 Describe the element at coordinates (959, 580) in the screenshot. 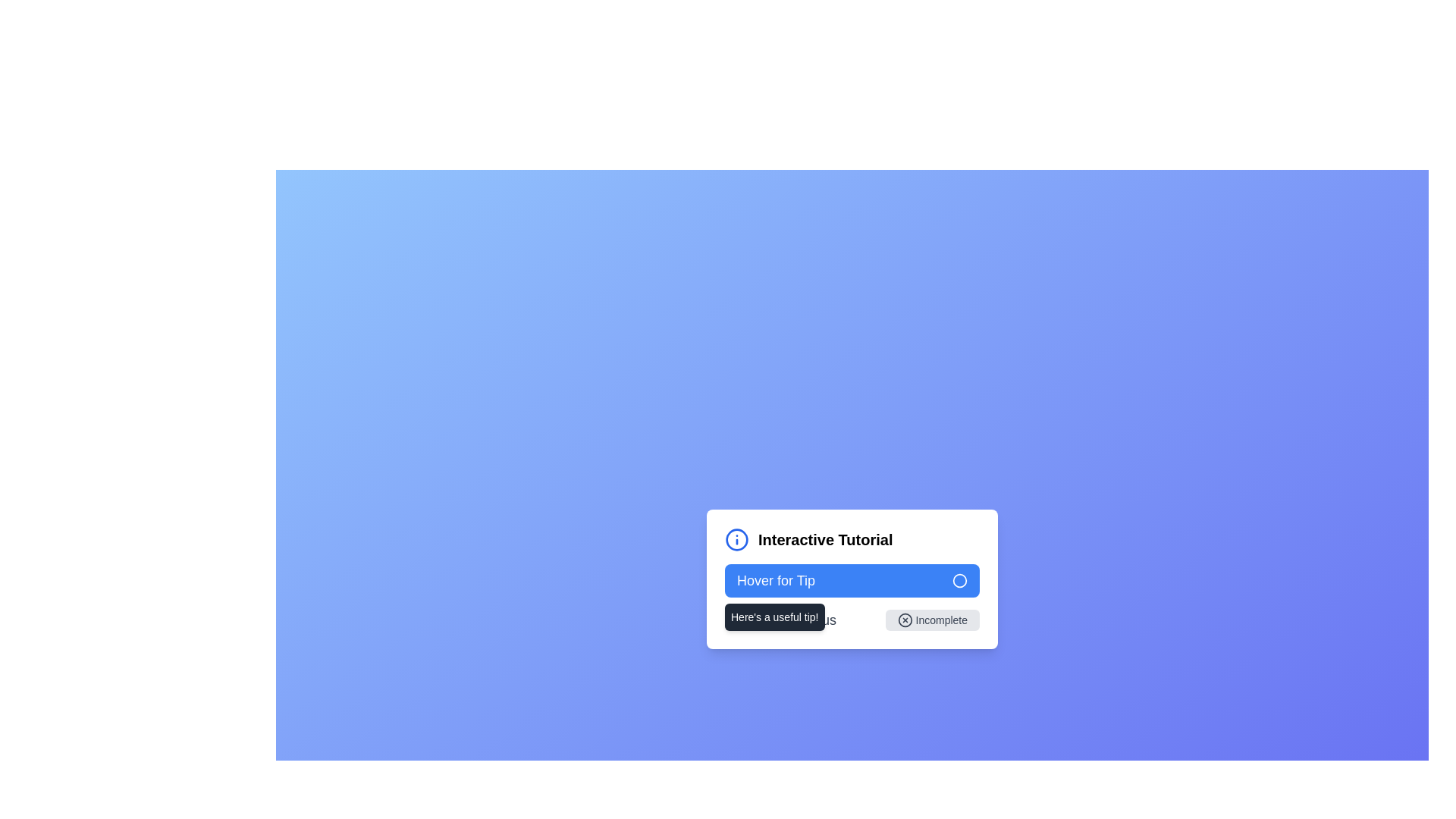

I see `the circular decorative or informative UI element located near the right side of the blue 'Hover for Tip' button` at that location.